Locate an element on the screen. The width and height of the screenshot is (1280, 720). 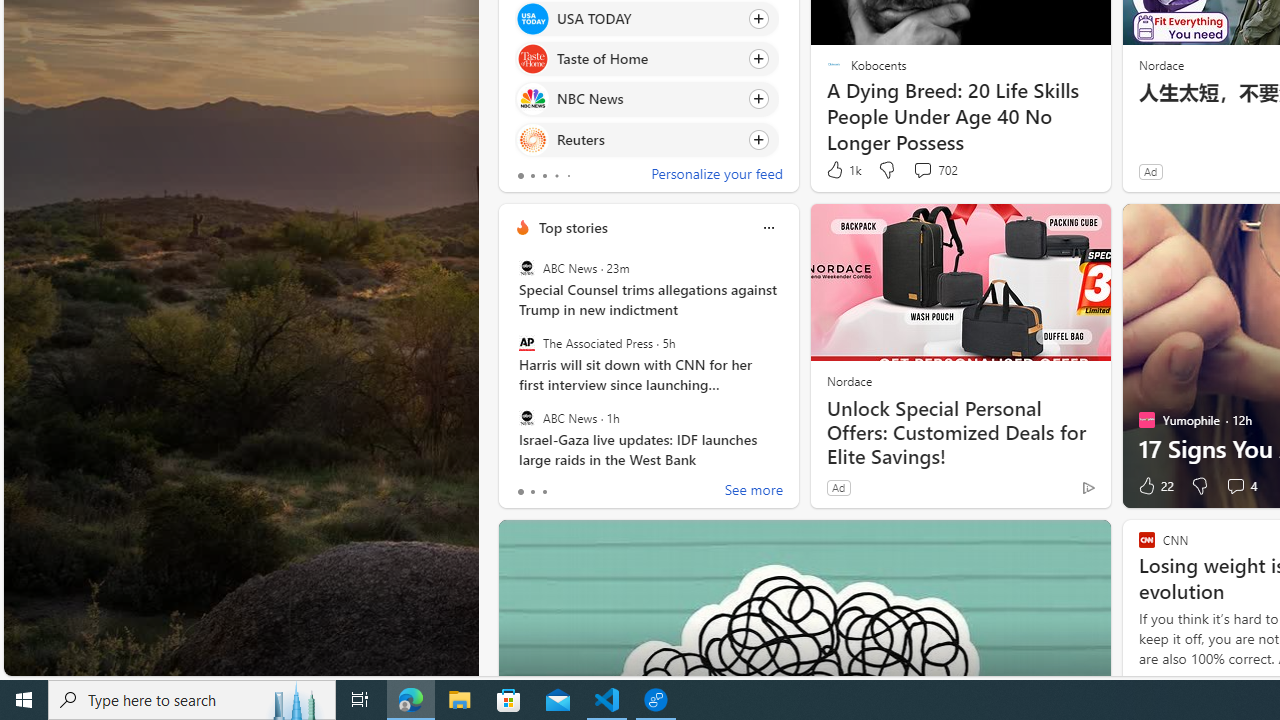
'22 Like' is located at coordinates (1154, 486).